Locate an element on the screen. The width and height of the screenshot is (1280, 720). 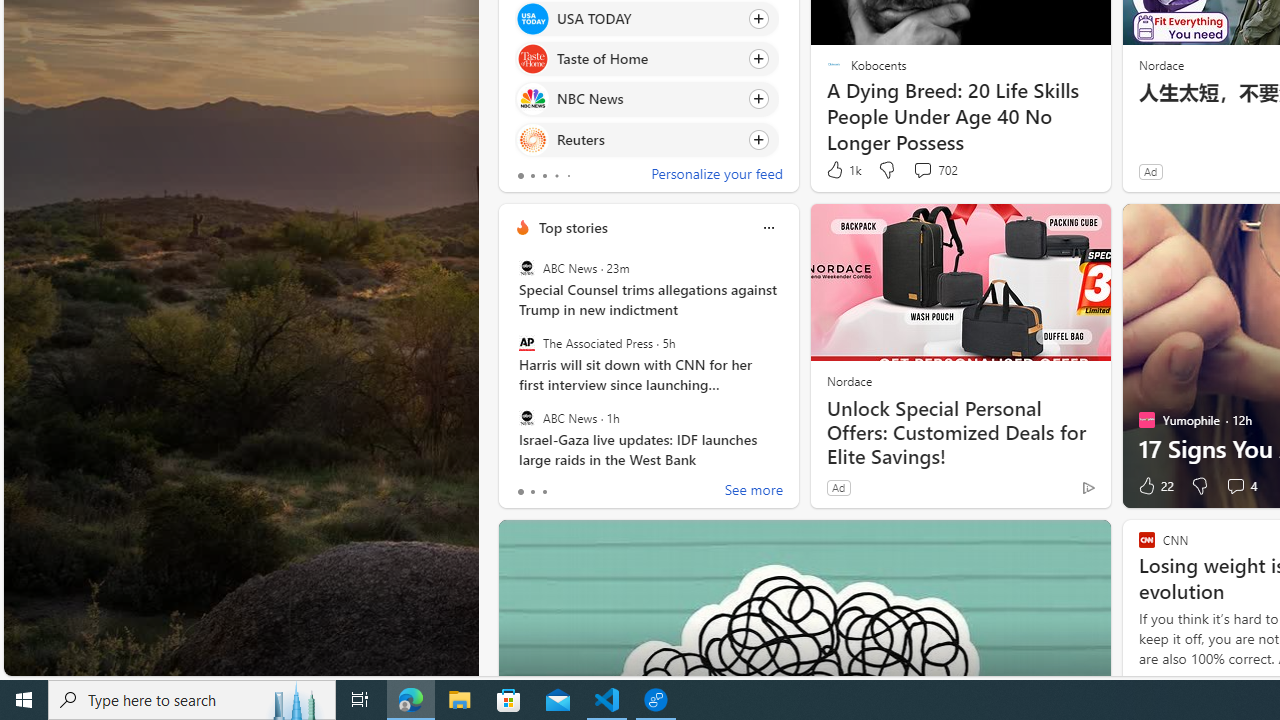
'22 Like' is located at coordinates (1154, 486).